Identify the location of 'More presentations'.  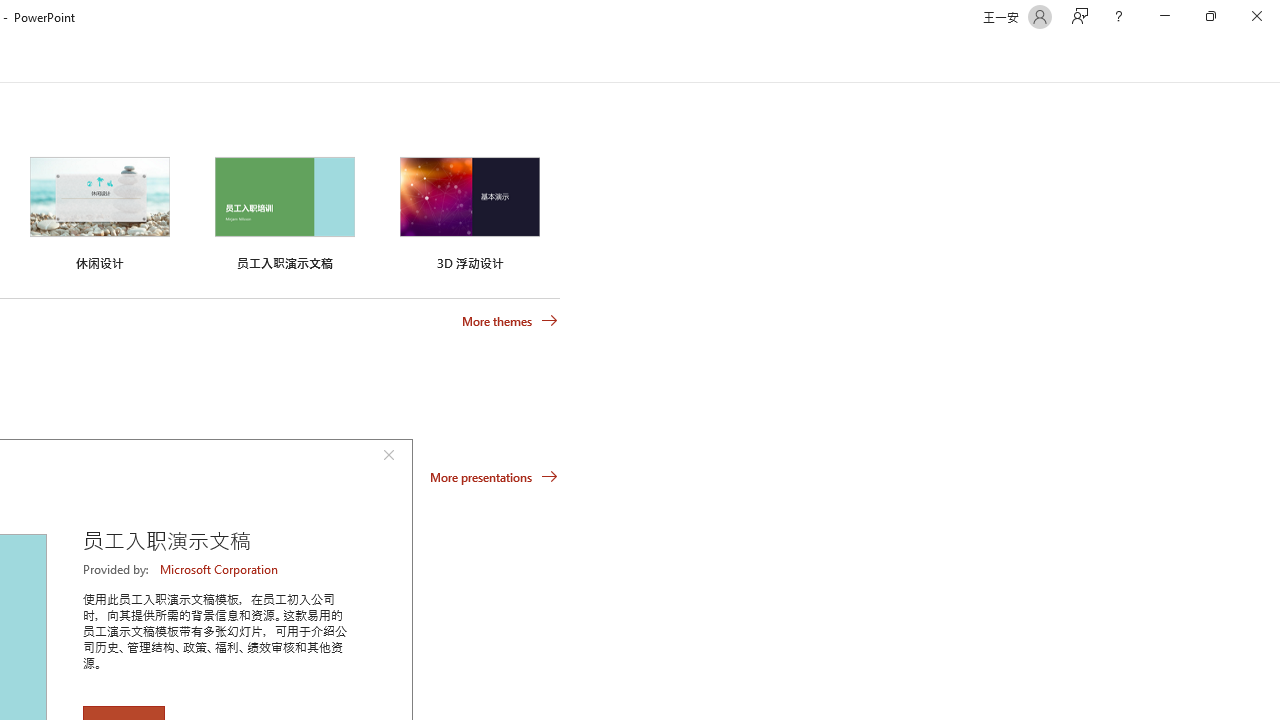
(494, 477).